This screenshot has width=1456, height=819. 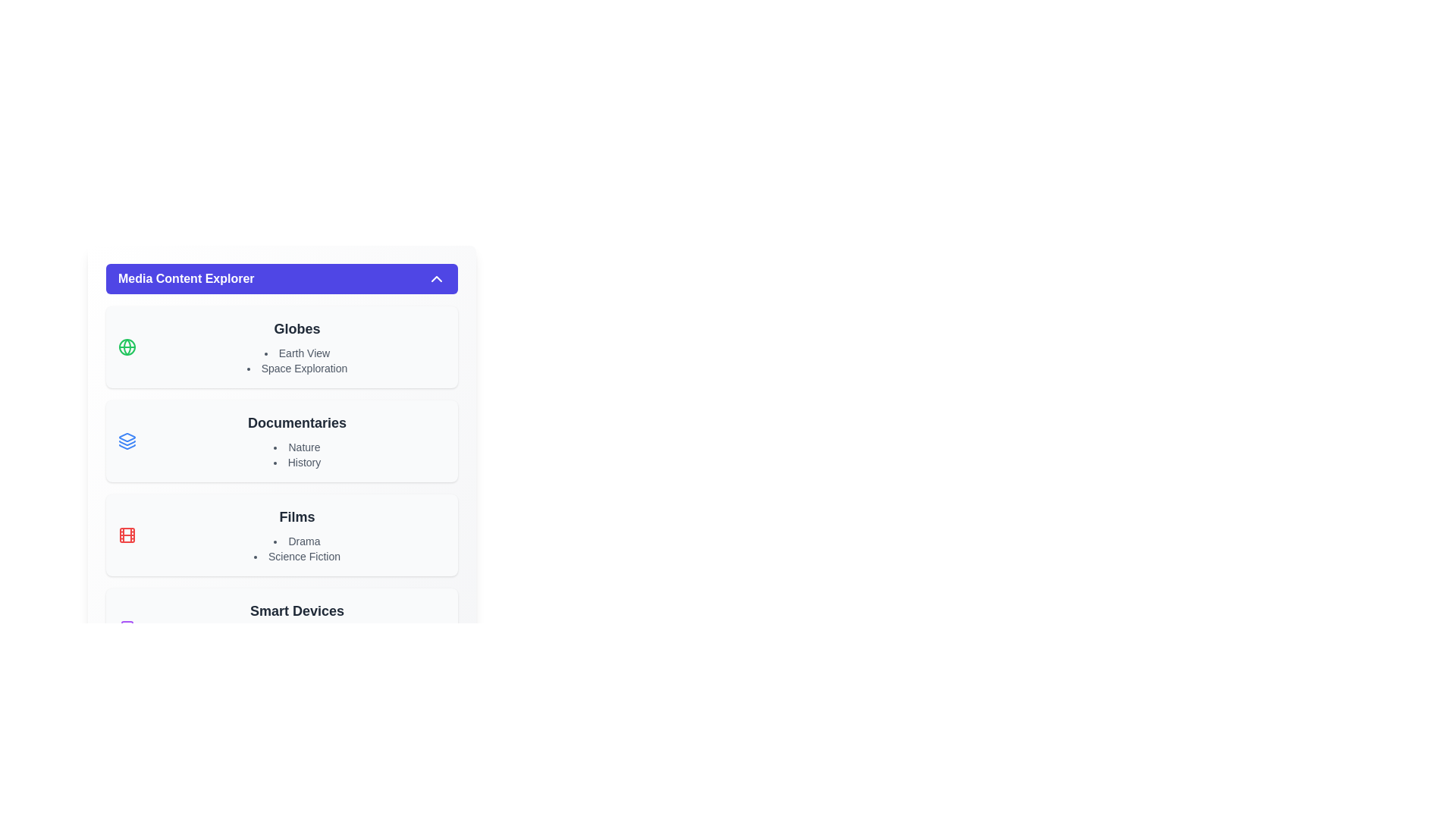 I want to click on contents of the text group containing 'Earth View' and 'Space Exploration' in the middle section of the 'Globes' category, so click(x=297, y=360).